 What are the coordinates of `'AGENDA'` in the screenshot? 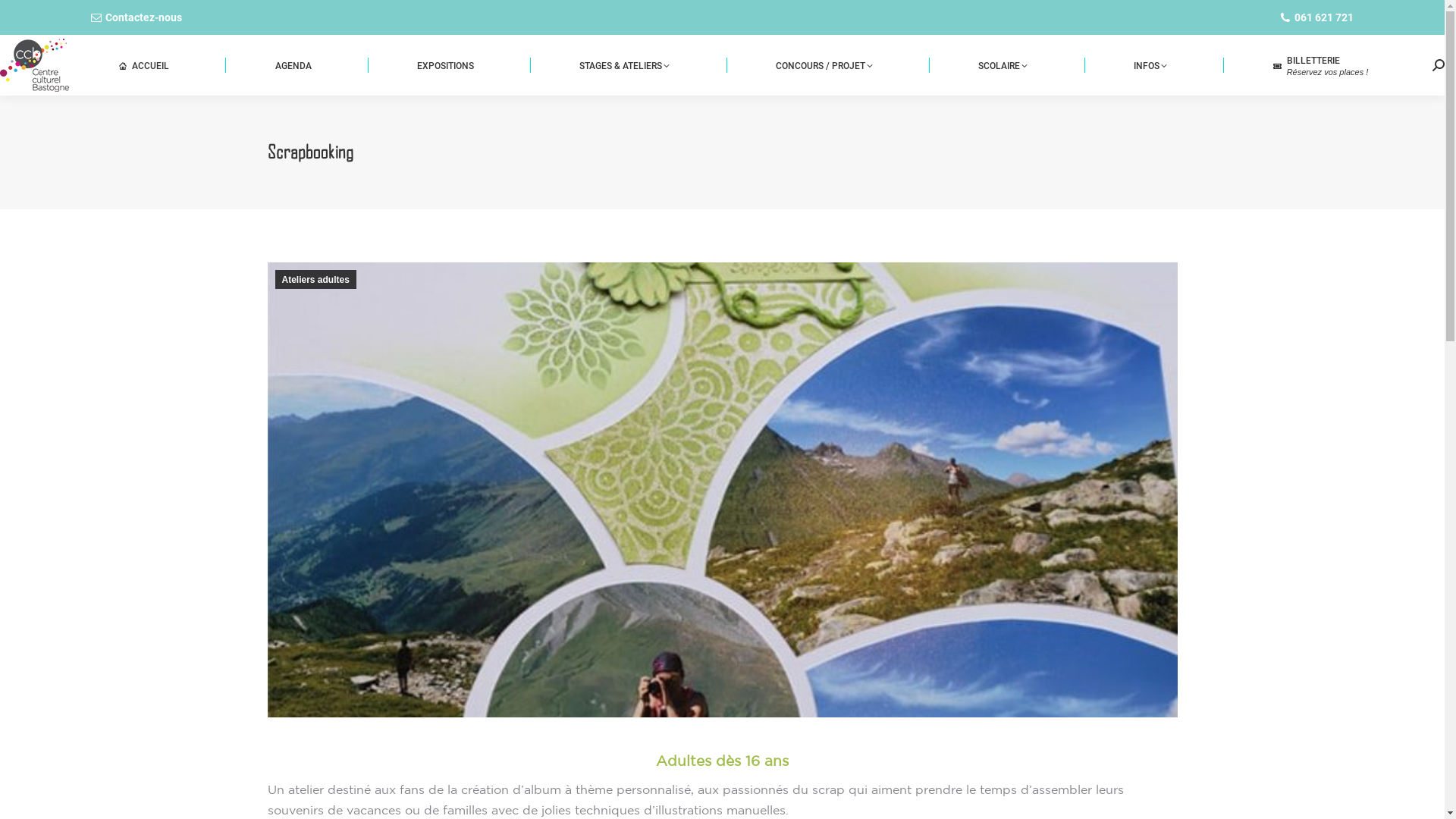 It's located at (293, 64).